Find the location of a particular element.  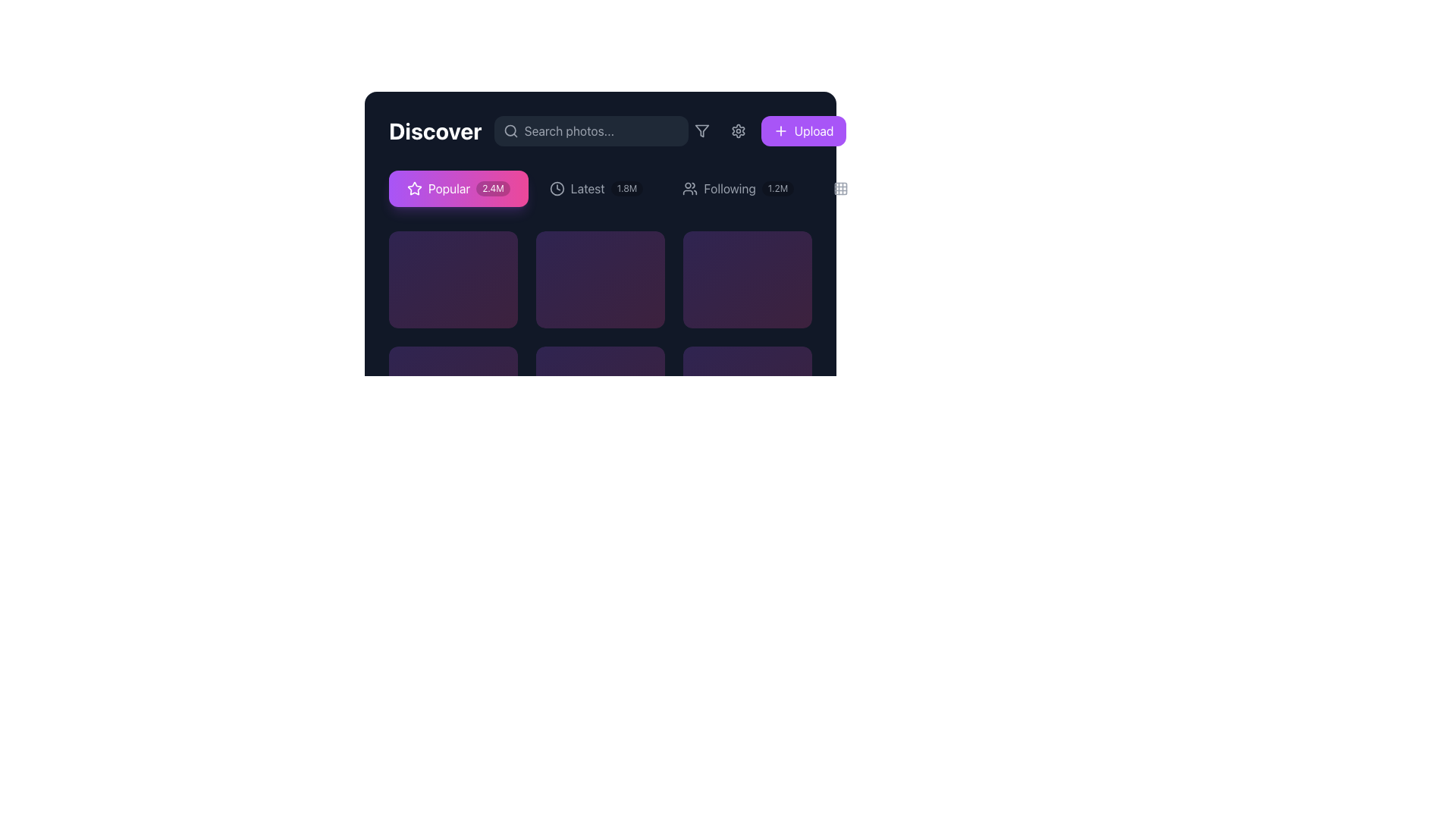

the Interactive Card representing 'Nature' located at the top-left corner of the grid layout is located at coordinates (453, 278).